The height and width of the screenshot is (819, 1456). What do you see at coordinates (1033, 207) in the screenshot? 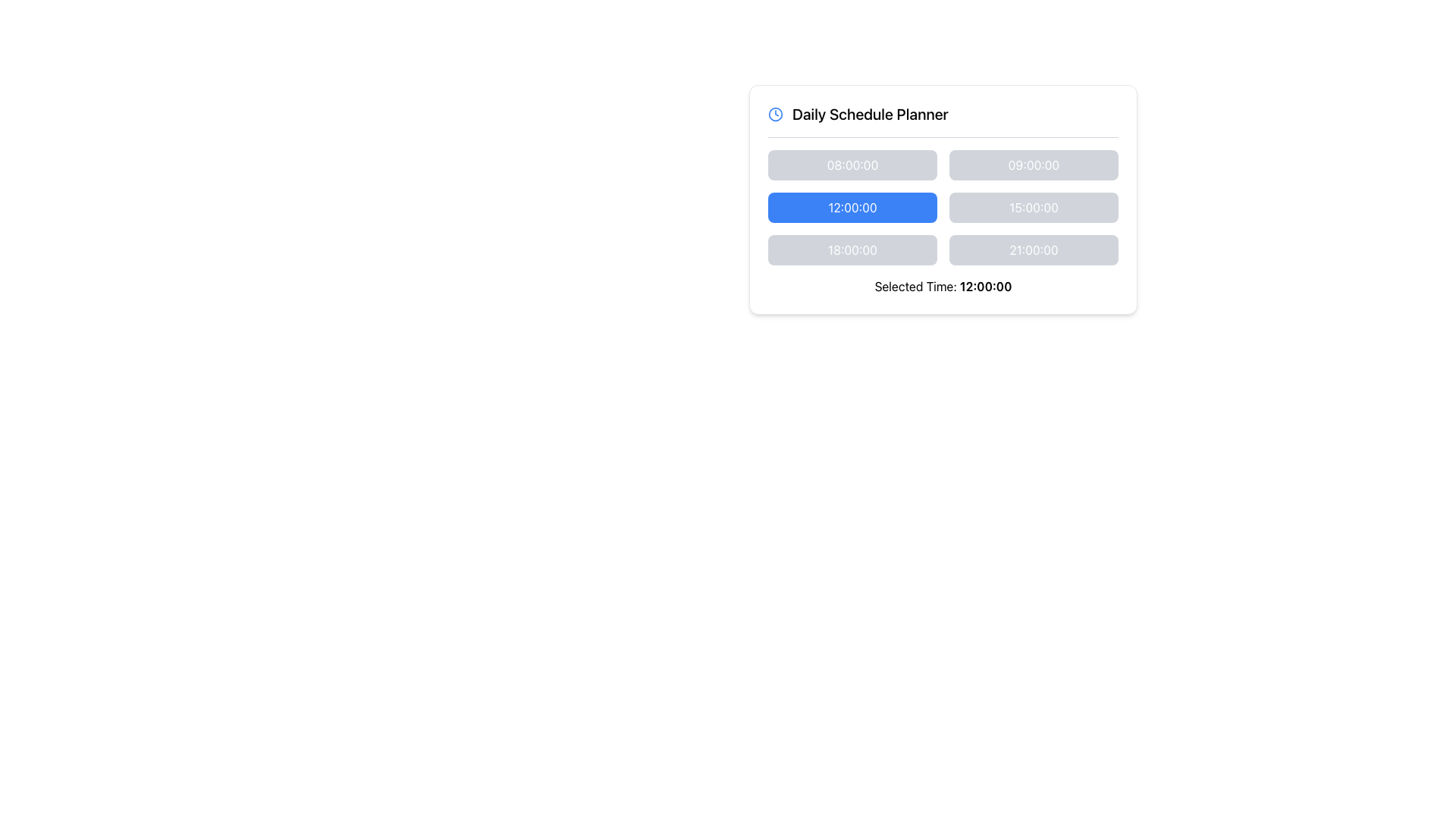
I see `the button labeled '15:00:00', which has a light gray background that darkens on hover` at bounding box center [1033, 207].